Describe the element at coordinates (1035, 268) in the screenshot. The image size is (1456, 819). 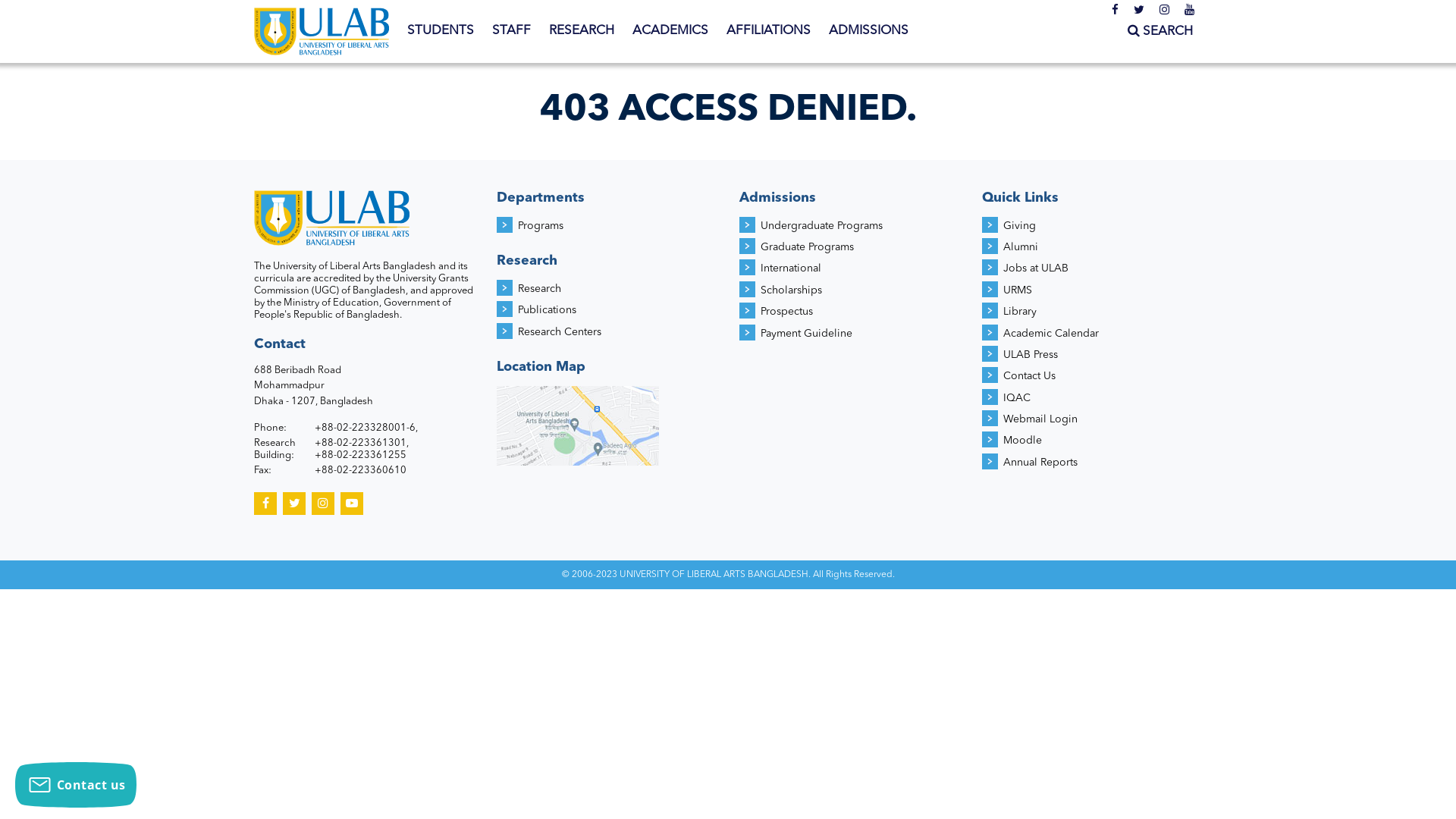
I see `'Jobs at ULAB'` at that location.